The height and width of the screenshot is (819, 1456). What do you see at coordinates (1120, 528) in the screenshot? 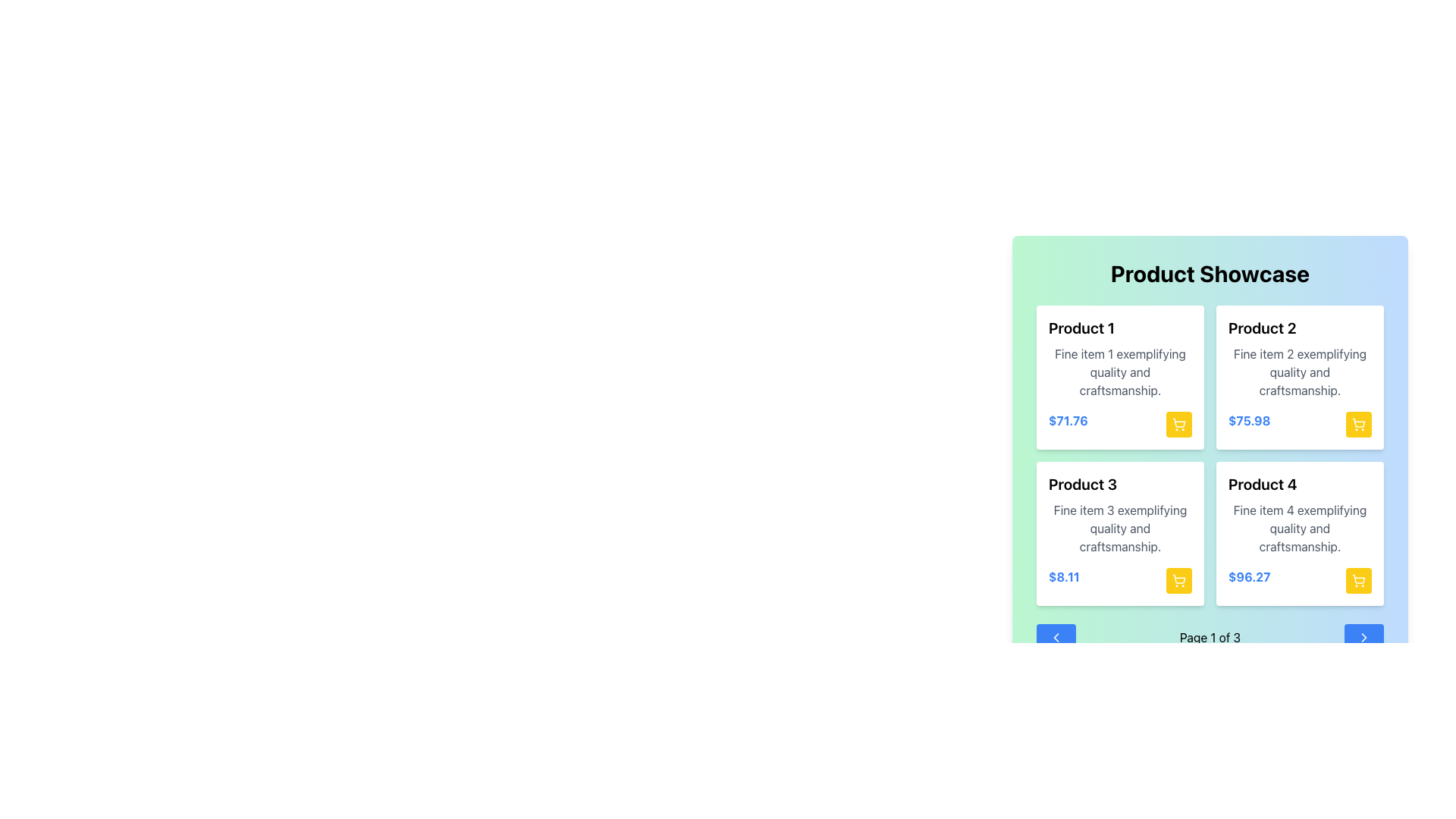
I see `the Text Display element providing a description of 'Product 3' located in the third card of a 2x2 grid layout, situated below the title and above the price and action button` at bounding box center [1120, 528].